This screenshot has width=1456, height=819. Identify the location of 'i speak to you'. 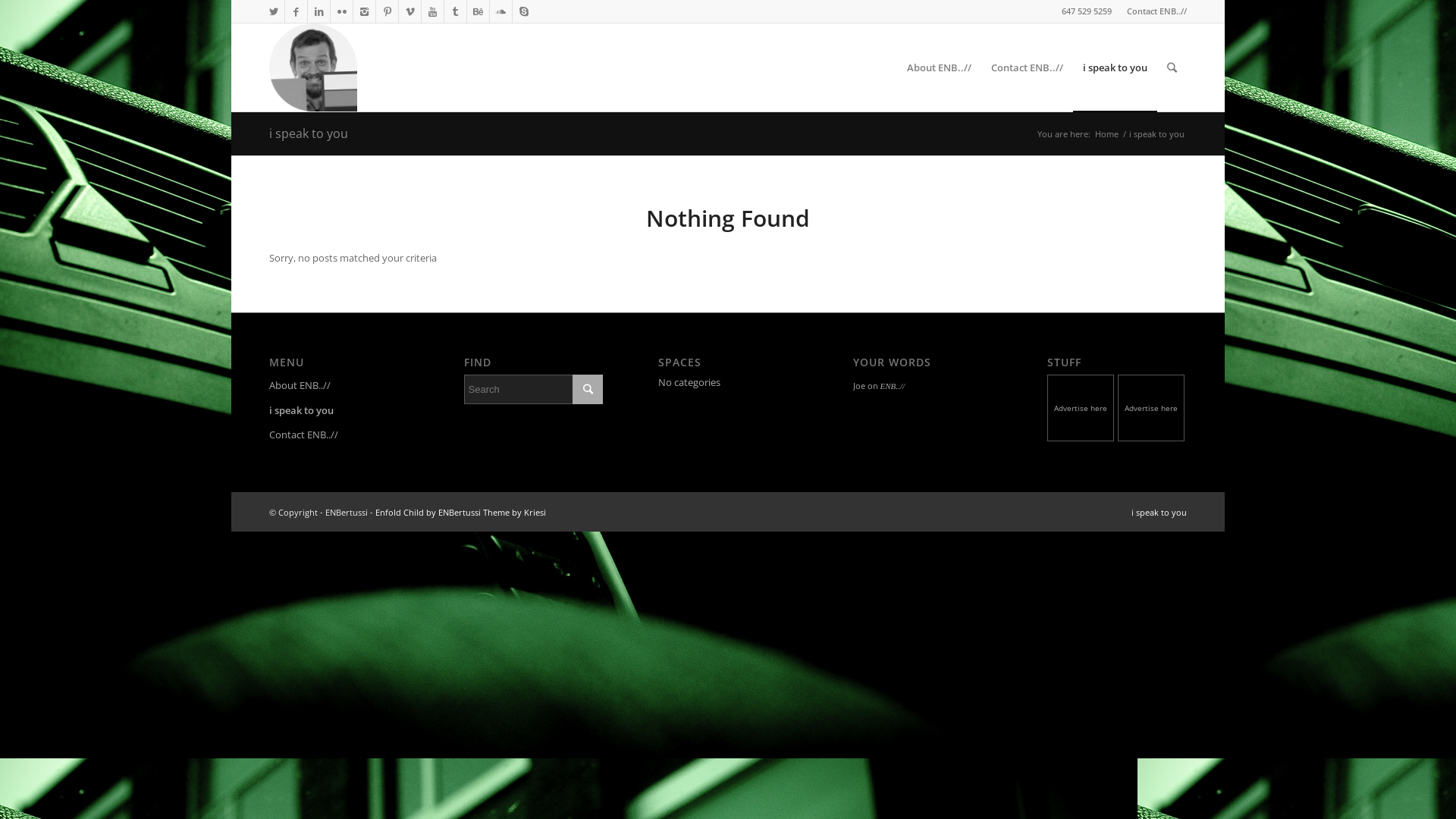
(337, 411).